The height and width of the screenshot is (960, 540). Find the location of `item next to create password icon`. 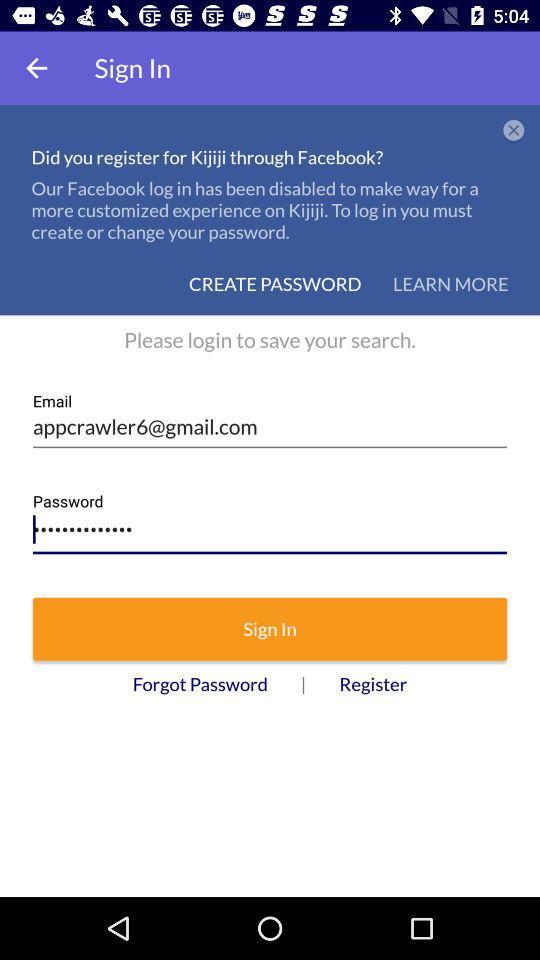

item next to create password icon is located at coordinates (450, 283).